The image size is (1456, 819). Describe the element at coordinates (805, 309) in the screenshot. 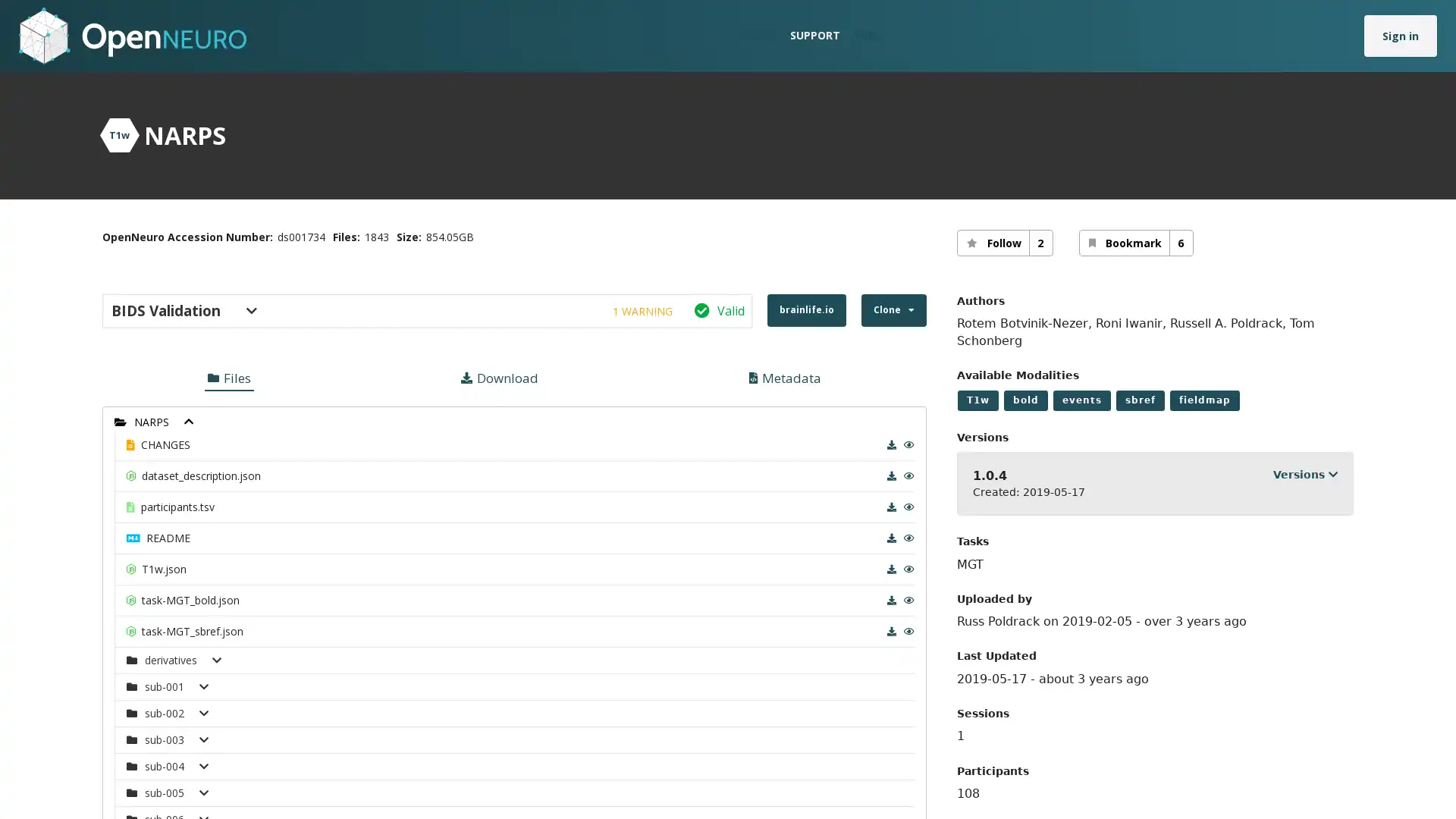

I see `brainlife.io` at that location.